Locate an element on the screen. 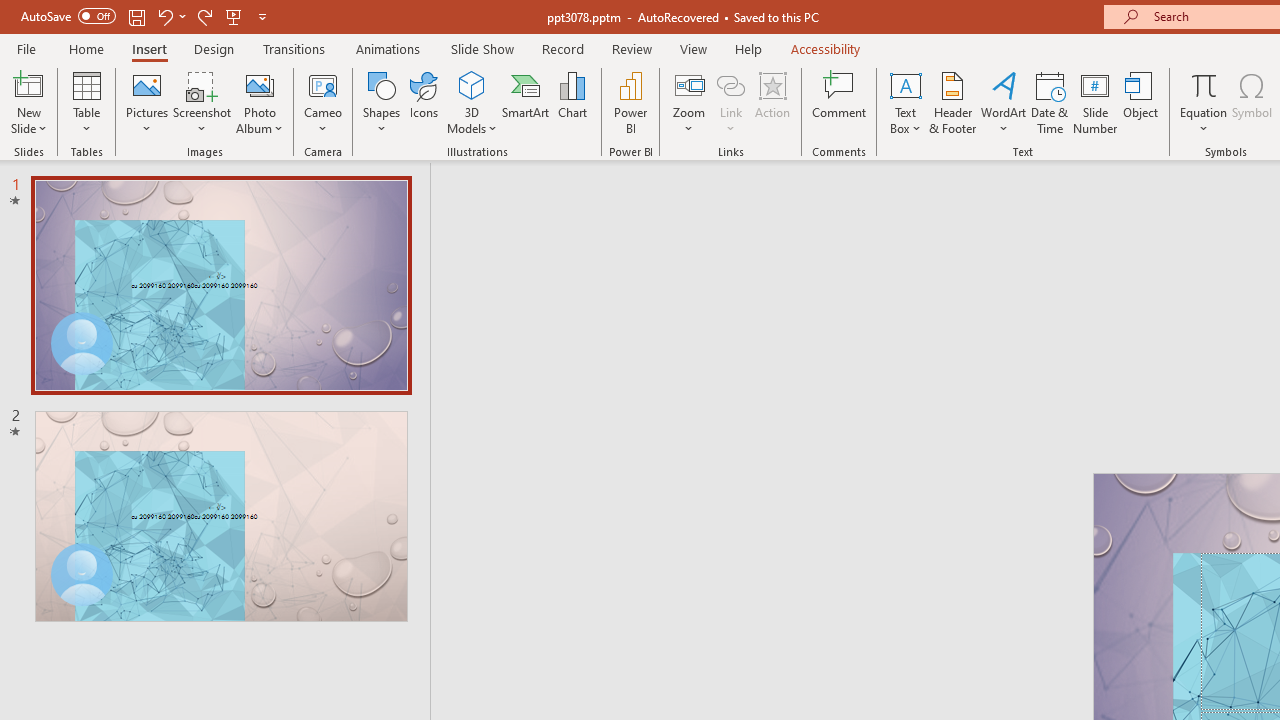  'Equation' is located at coordinates (1202, 103).